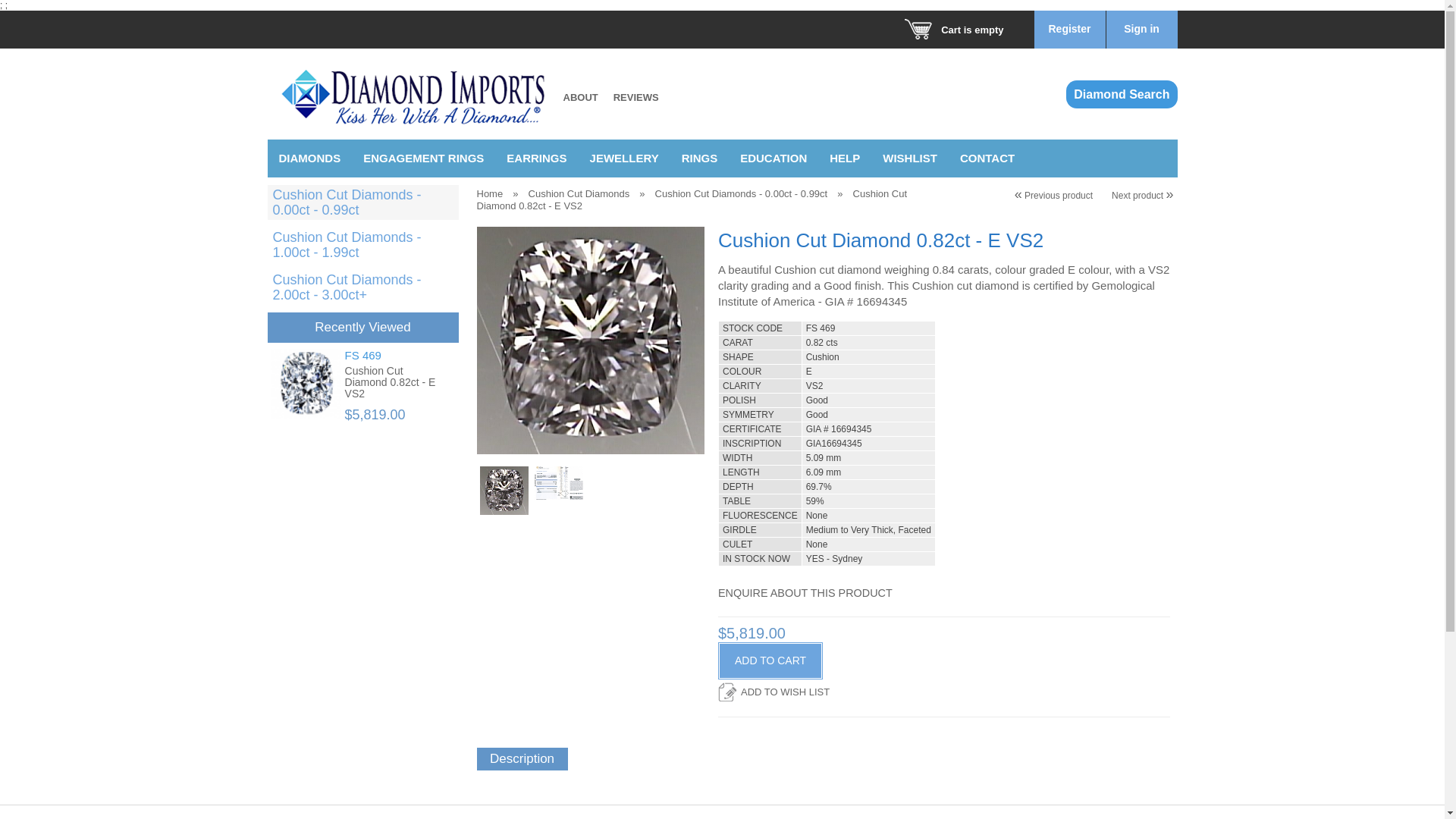 The height and width of the screenshot is (819, 1456). What do you see at coordinates (698, 158) in the screenshot?
I see `'RINGS'` at bounding box center [698, 158].